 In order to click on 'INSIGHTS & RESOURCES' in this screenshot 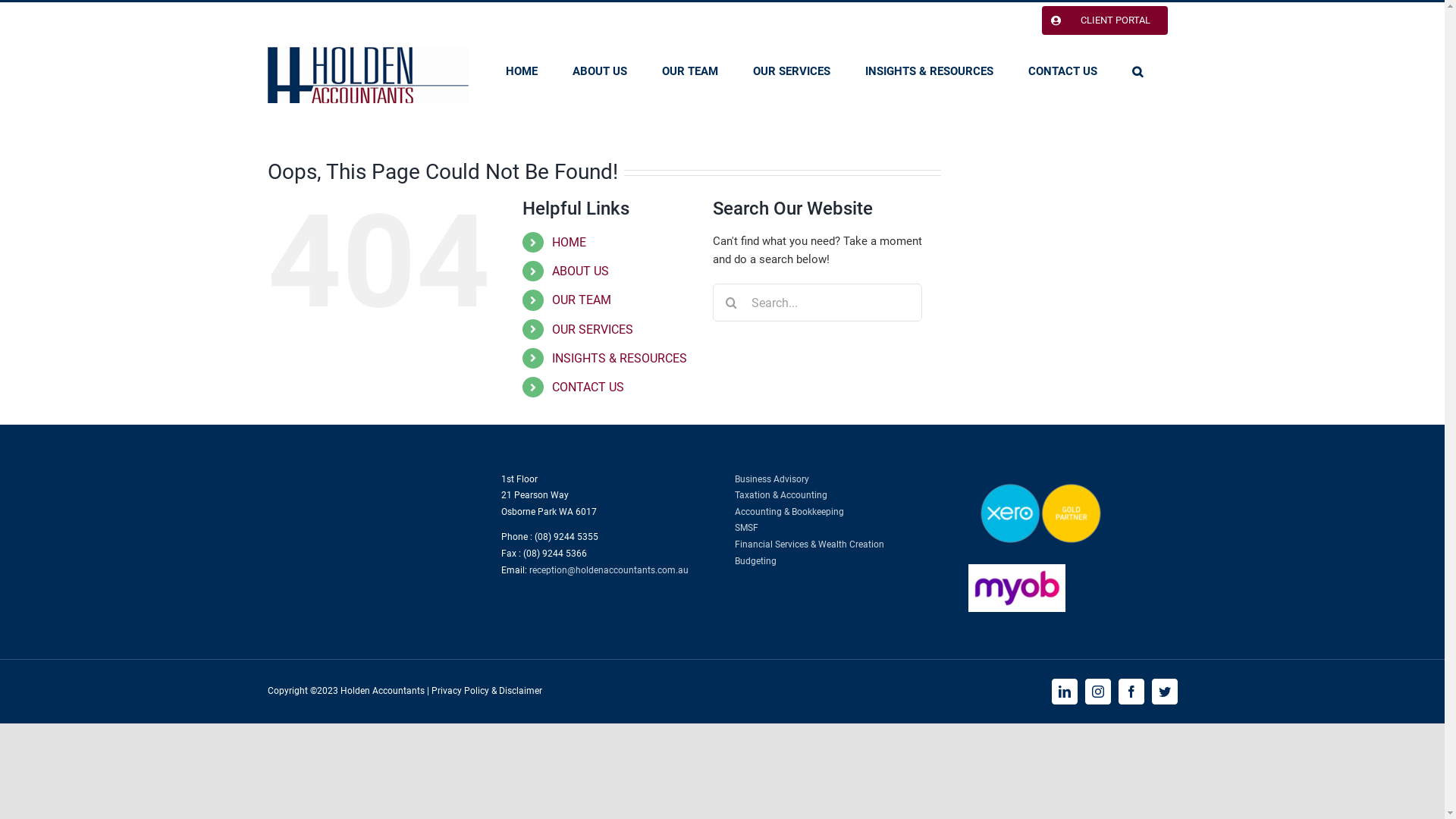, I will do `click(619, 358)`.